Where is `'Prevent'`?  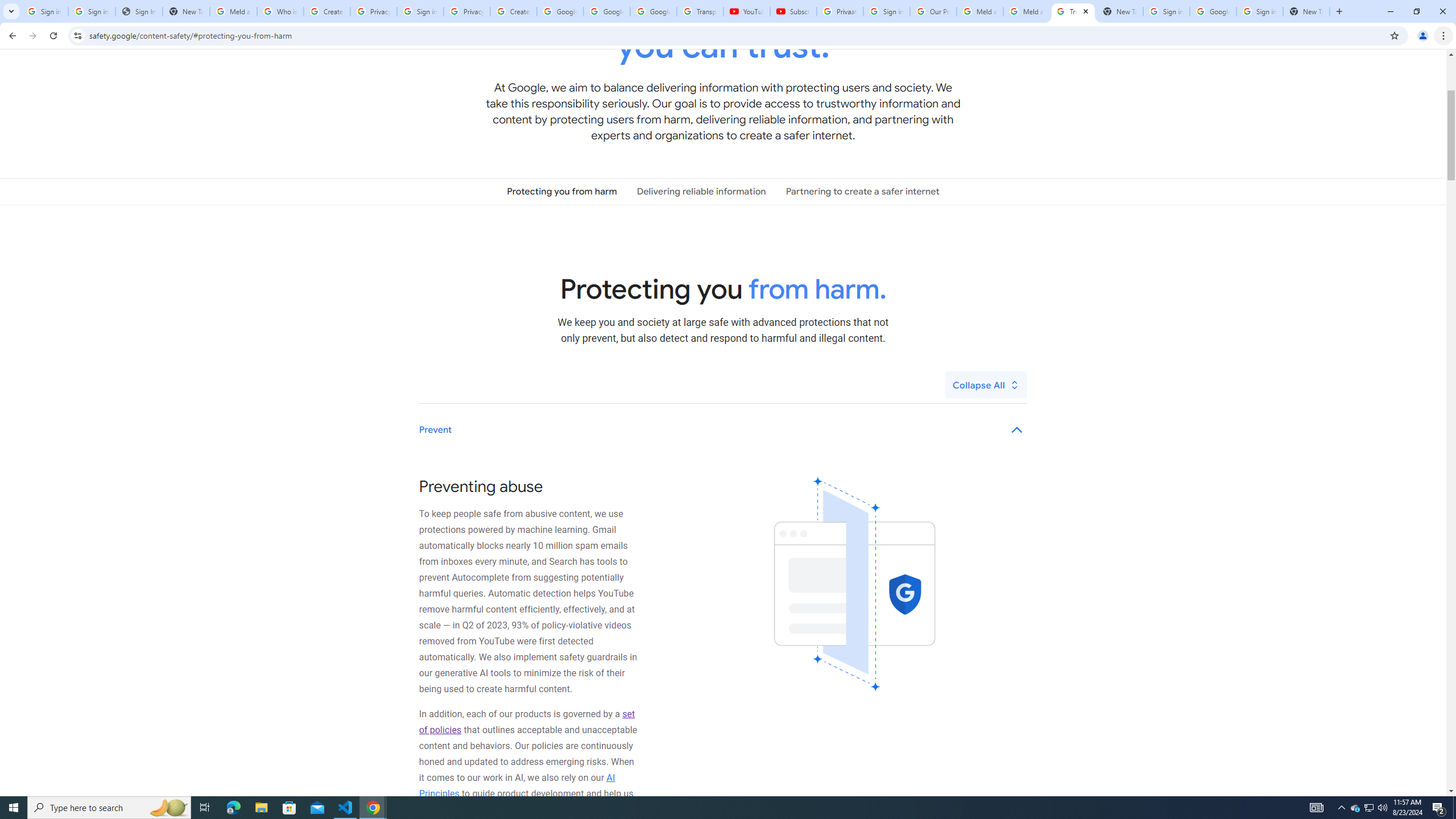
'Prevent' is located at coordinates (723, 429).